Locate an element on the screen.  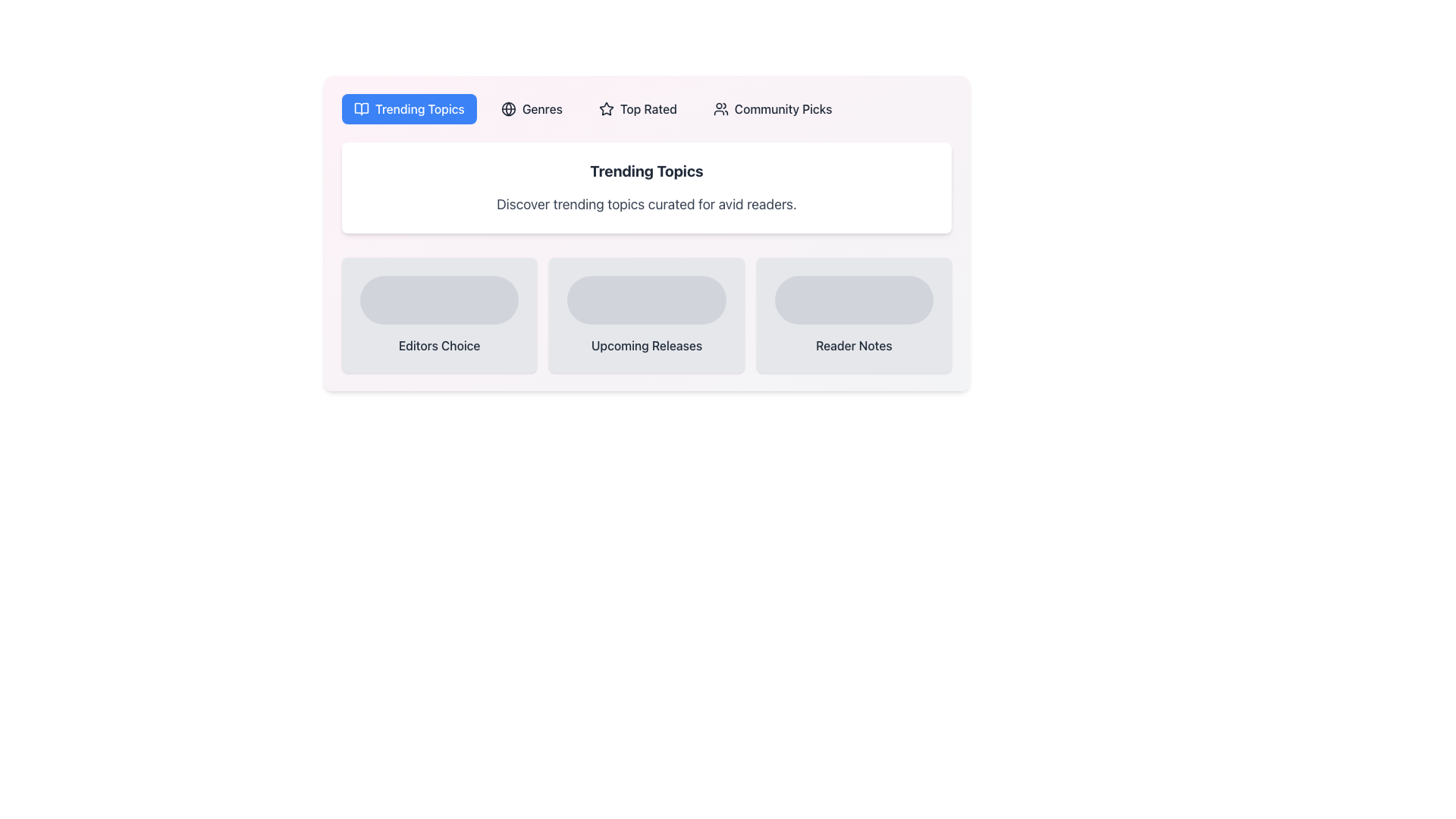
the static text element that describes 'Reader Notes', located in the lower-right section of the interface, below a rounded rectangle visual element is located at coordinates (854, 345).